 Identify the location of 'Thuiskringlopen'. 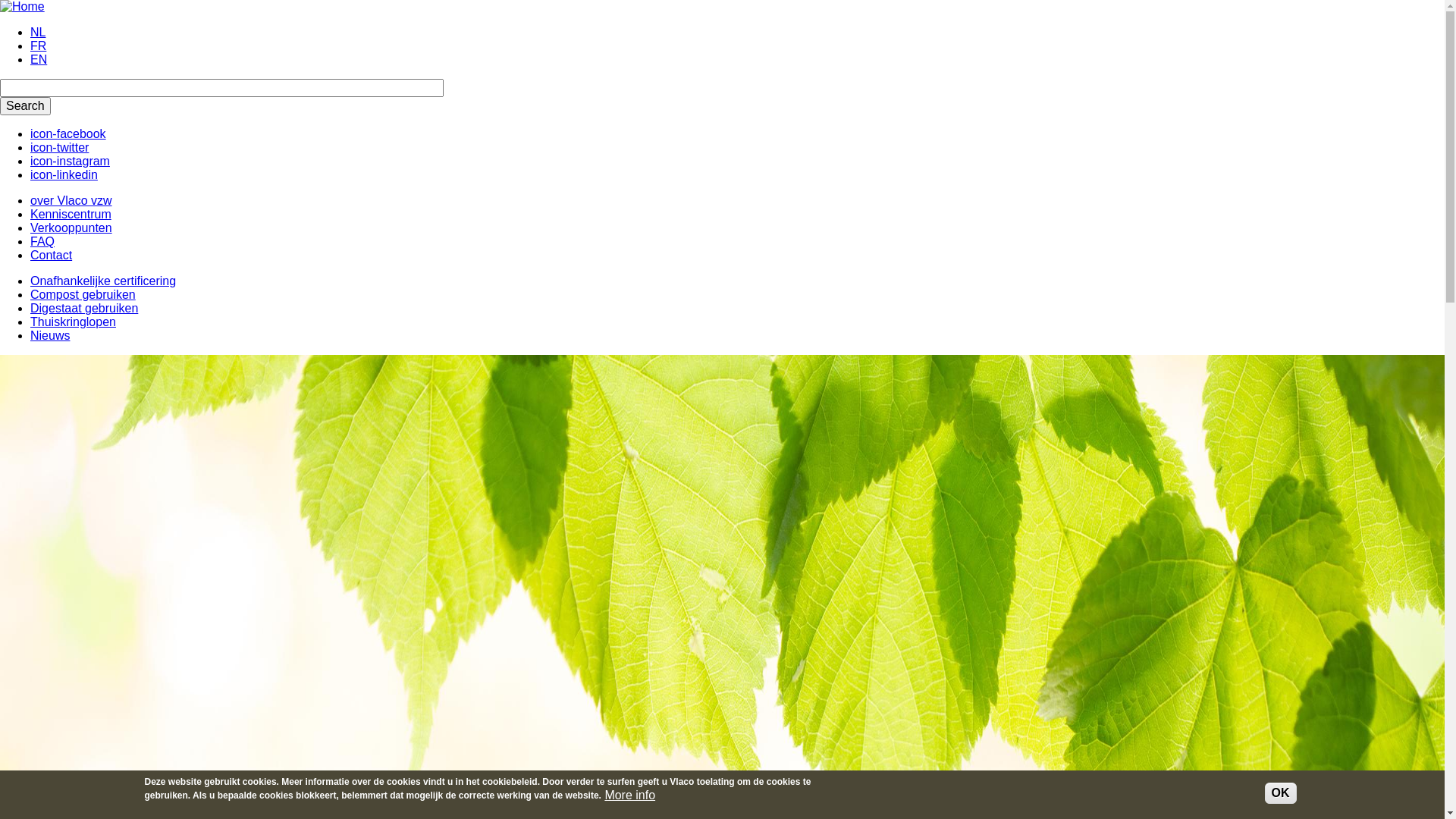
(30, 321).